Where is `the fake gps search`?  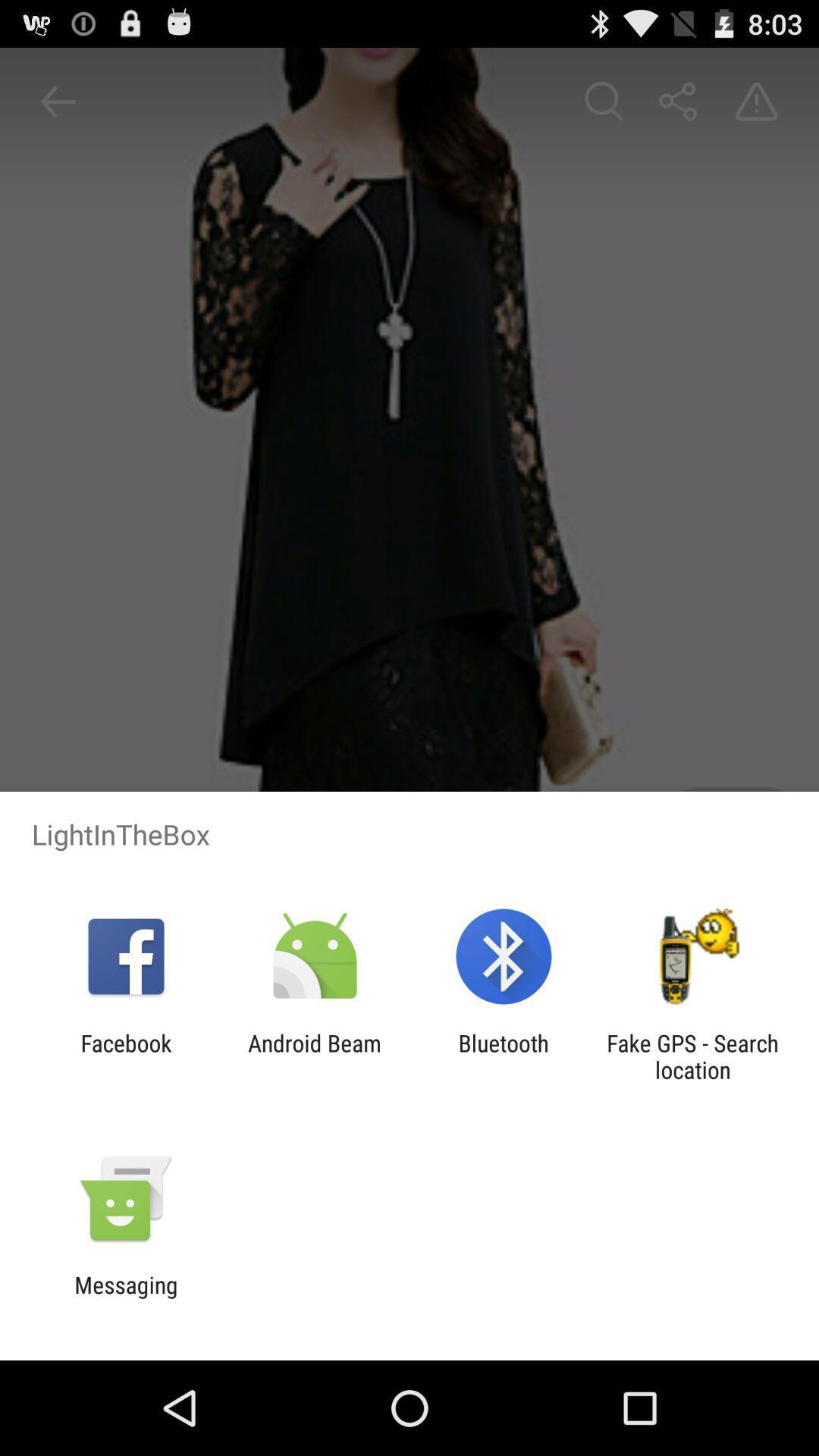
the fake gps search is located at coordinates (692, 1056).